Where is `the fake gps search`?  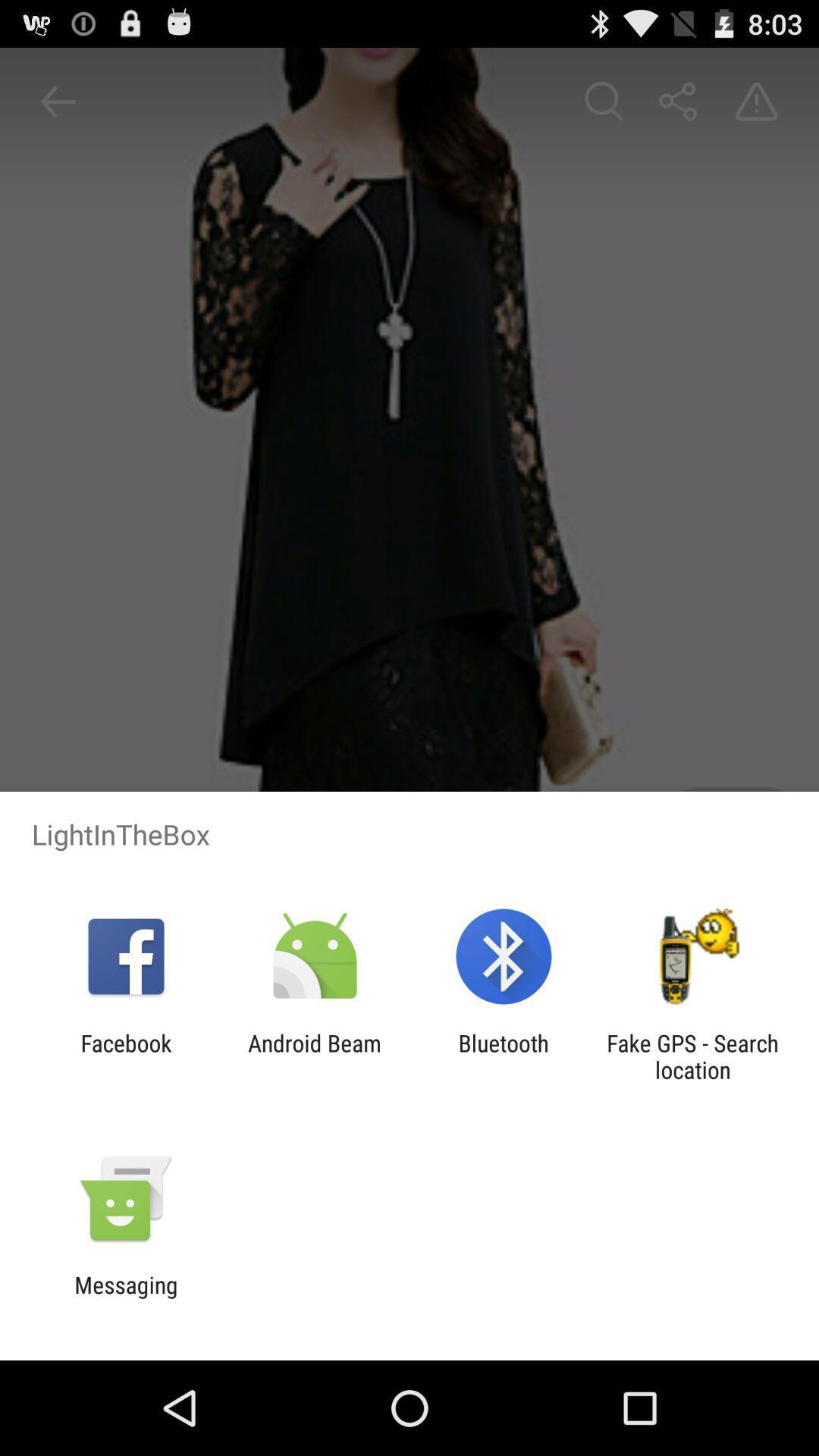
the fake gps search is located at coordinates (692, 1056).